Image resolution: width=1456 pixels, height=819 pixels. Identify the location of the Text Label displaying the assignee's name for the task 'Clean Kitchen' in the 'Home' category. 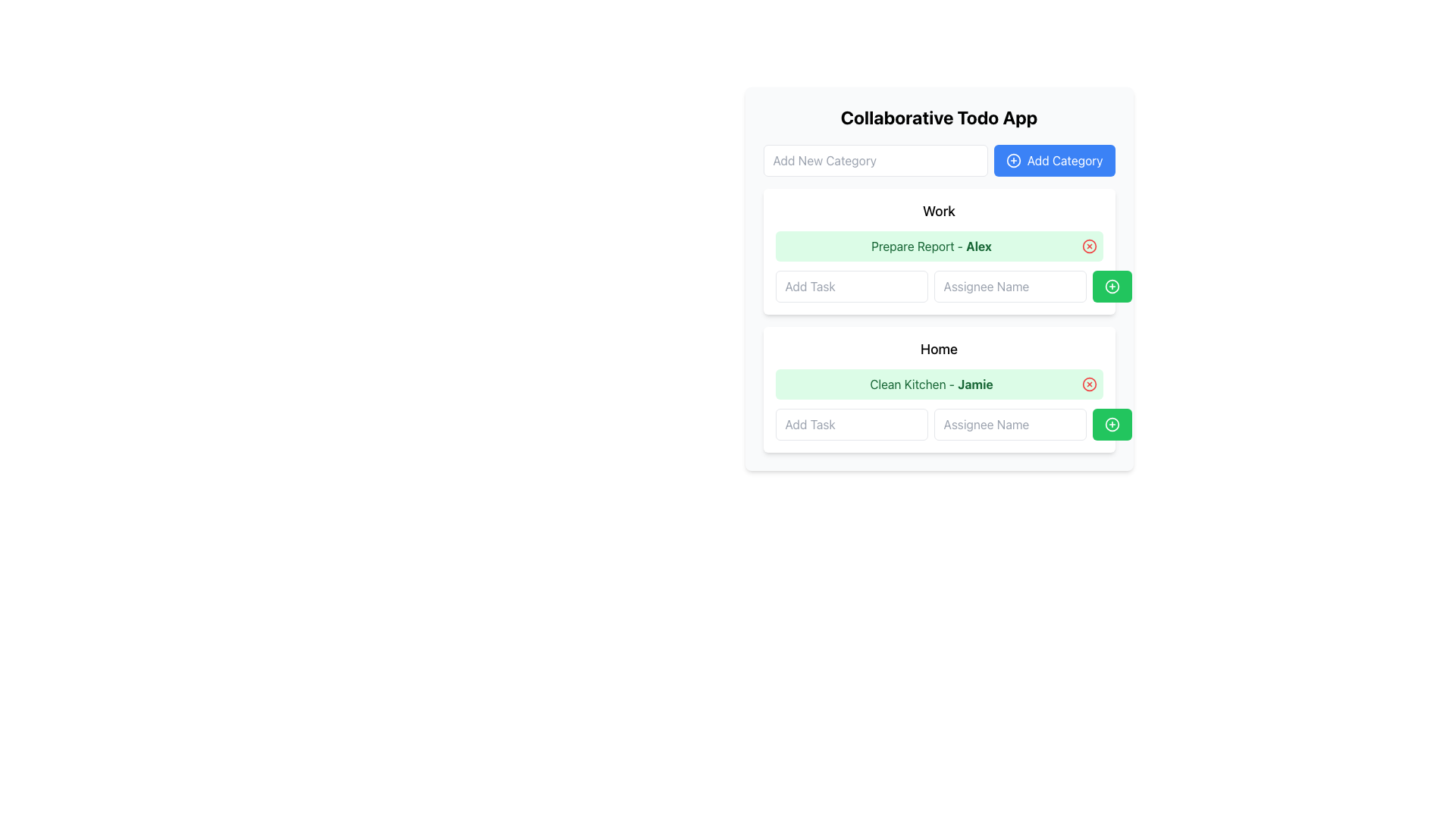
(975, 383).